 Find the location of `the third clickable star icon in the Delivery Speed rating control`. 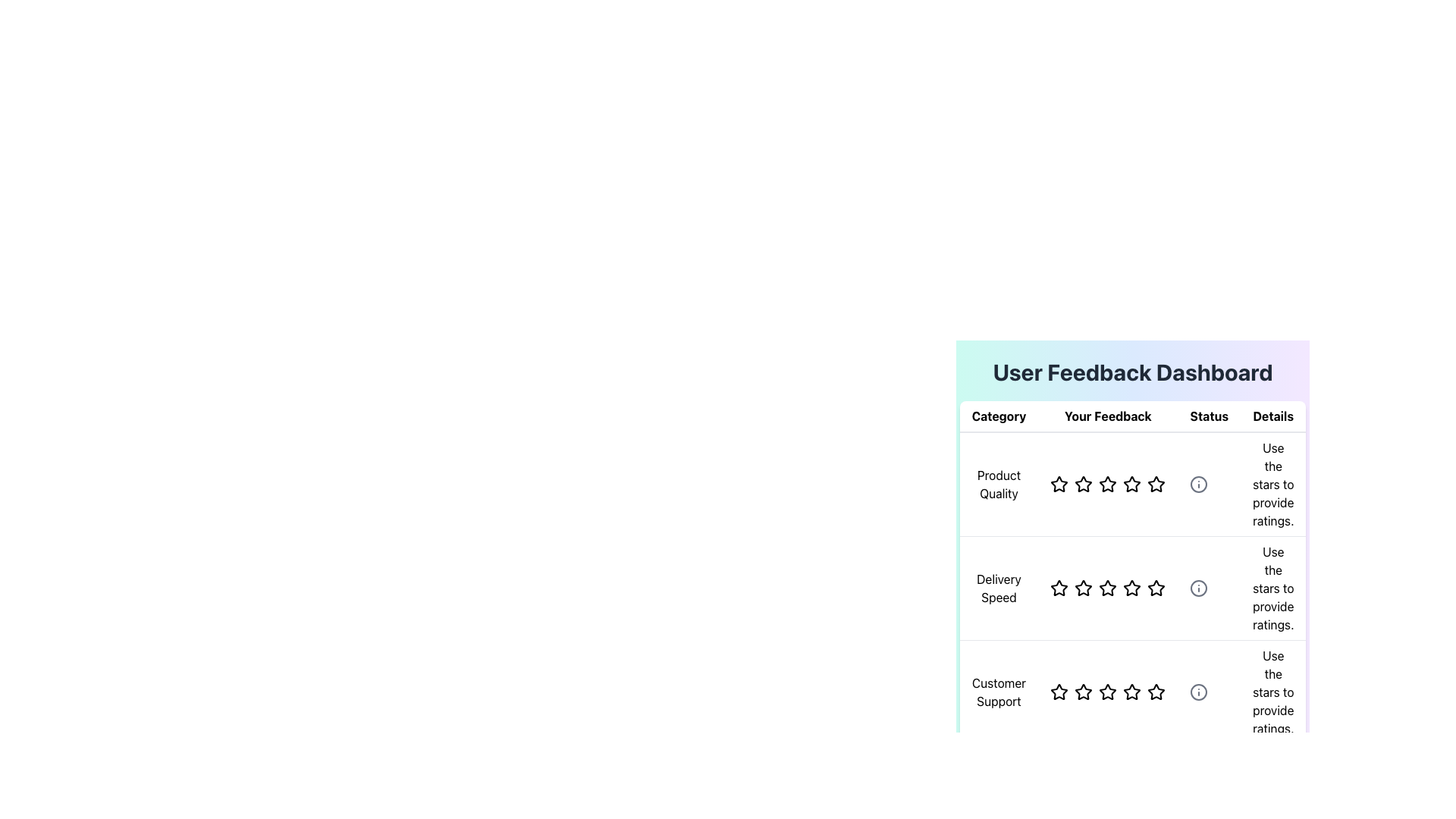

the third clickable star icon in the Delivery Speed rating control is located at coordinates (1108, 587).